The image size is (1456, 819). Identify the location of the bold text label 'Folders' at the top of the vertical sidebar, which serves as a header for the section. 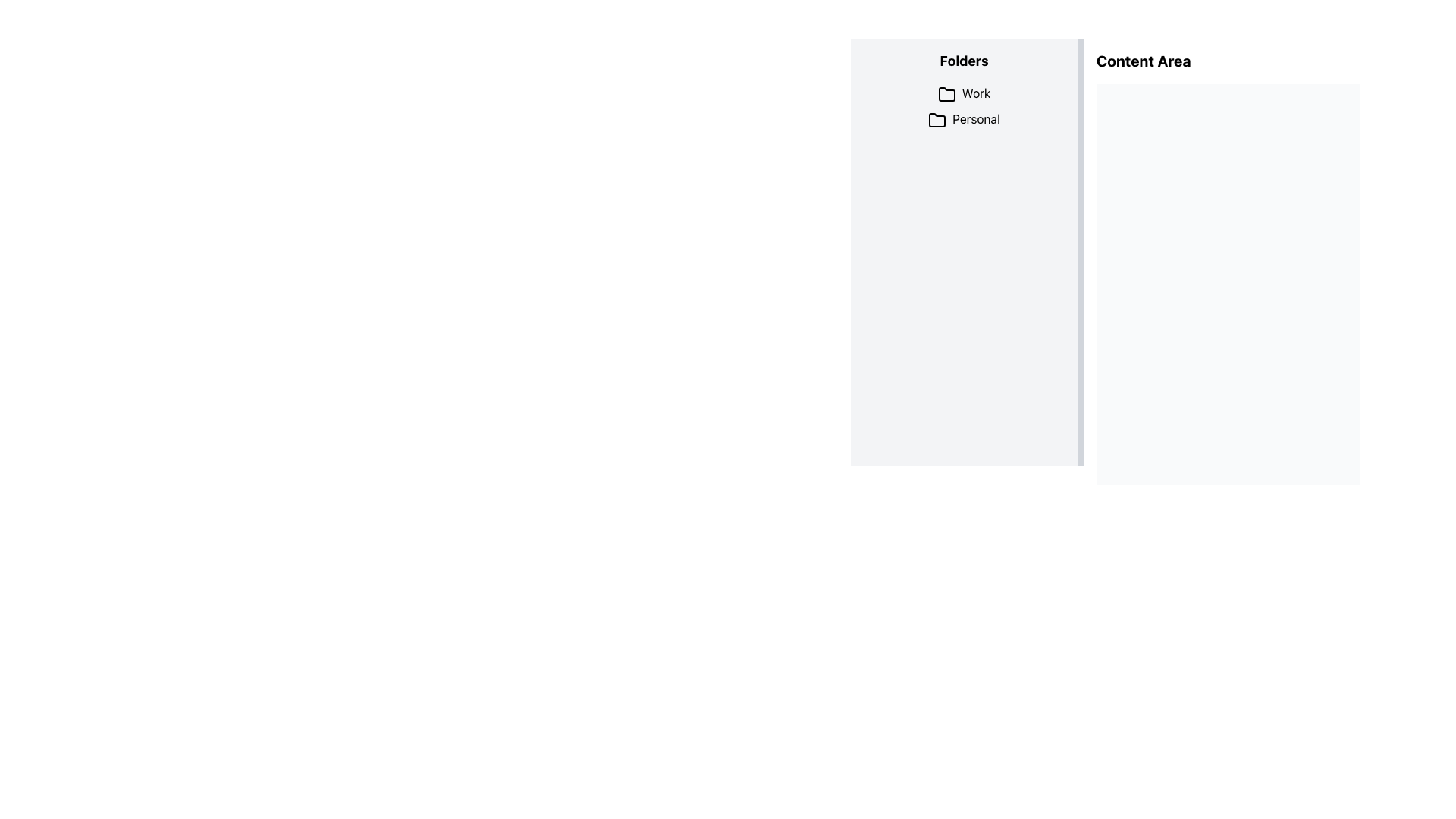
(963, 61).